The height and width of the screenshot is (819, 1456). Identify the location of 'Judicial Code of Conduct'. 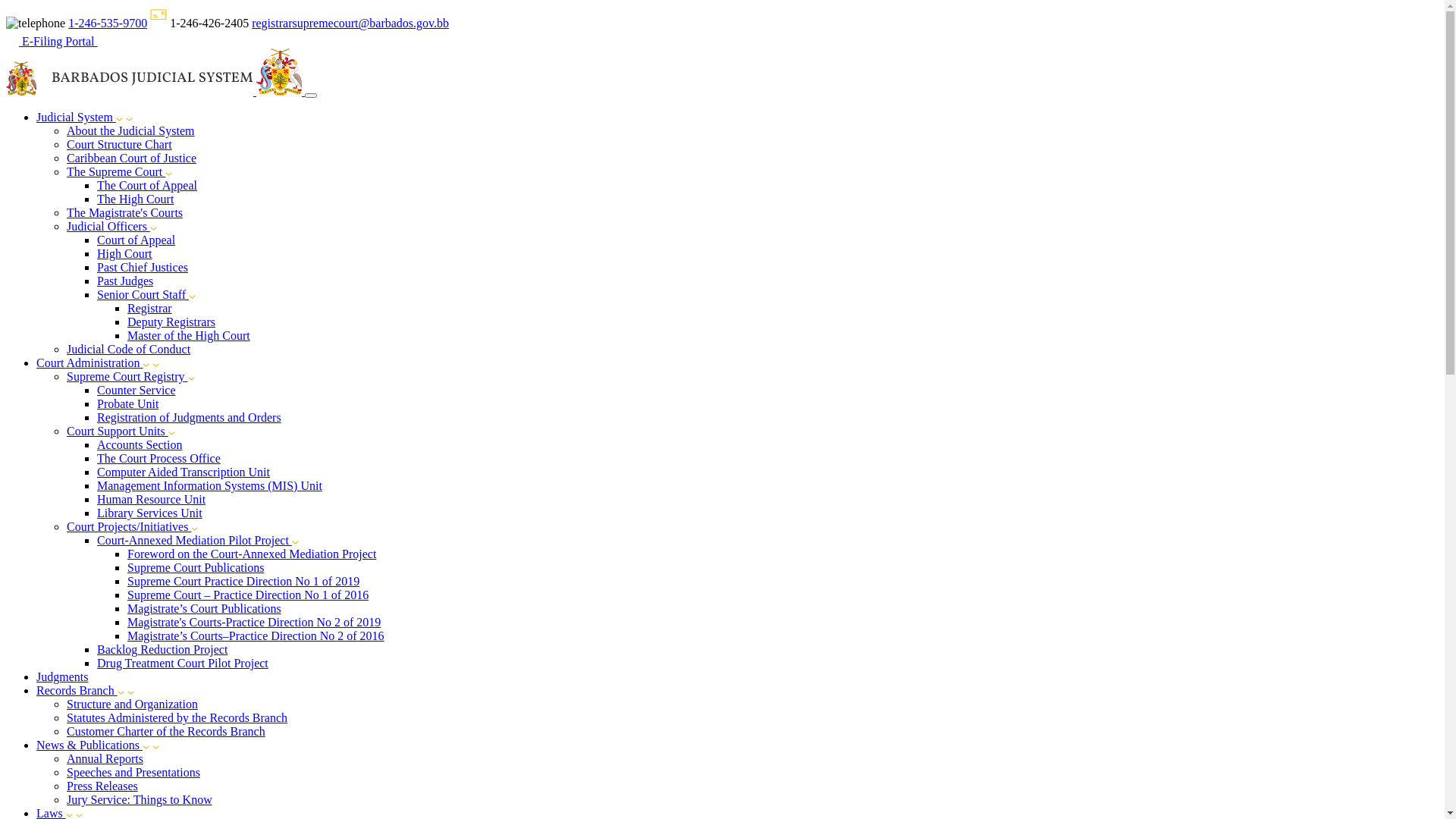
(65, 349).